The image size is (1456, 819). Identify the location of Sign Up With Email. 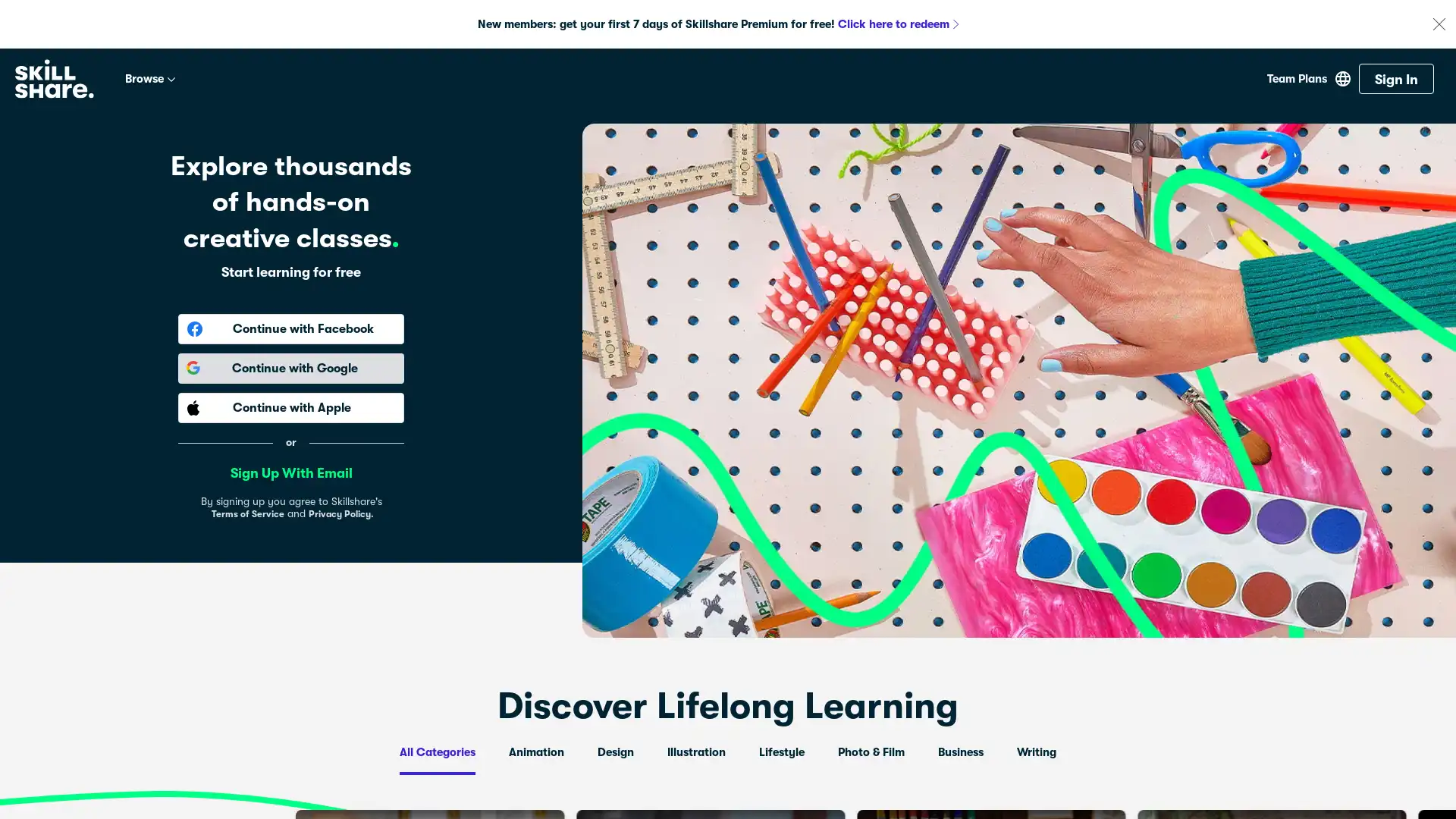
(290, 472).